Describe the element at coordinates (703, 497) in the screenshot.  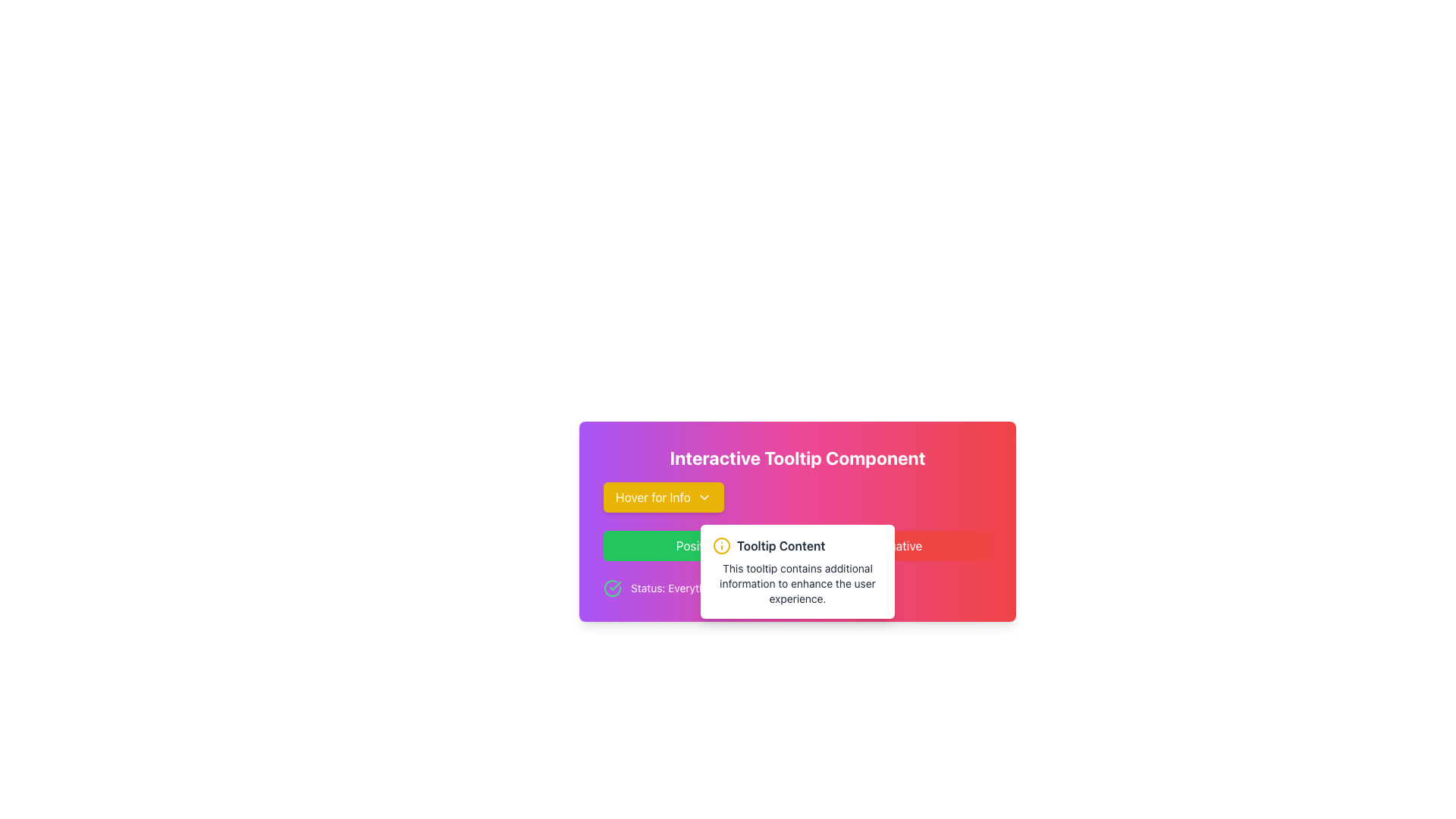
I see `the downward-pointing chevron icon located at the right end of the yellow button labeled 'Hover for Info' to interact with it` at that location.